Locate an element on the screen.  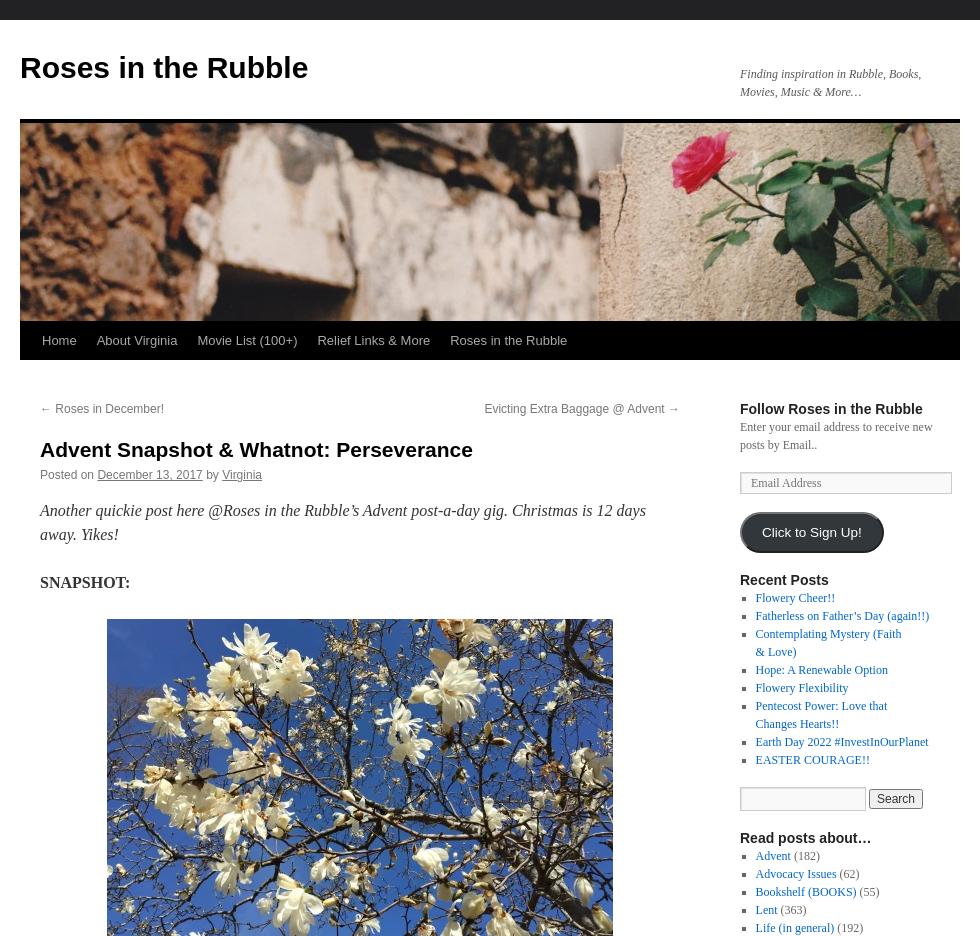
'(192)' is located at coordinates (848, 928).